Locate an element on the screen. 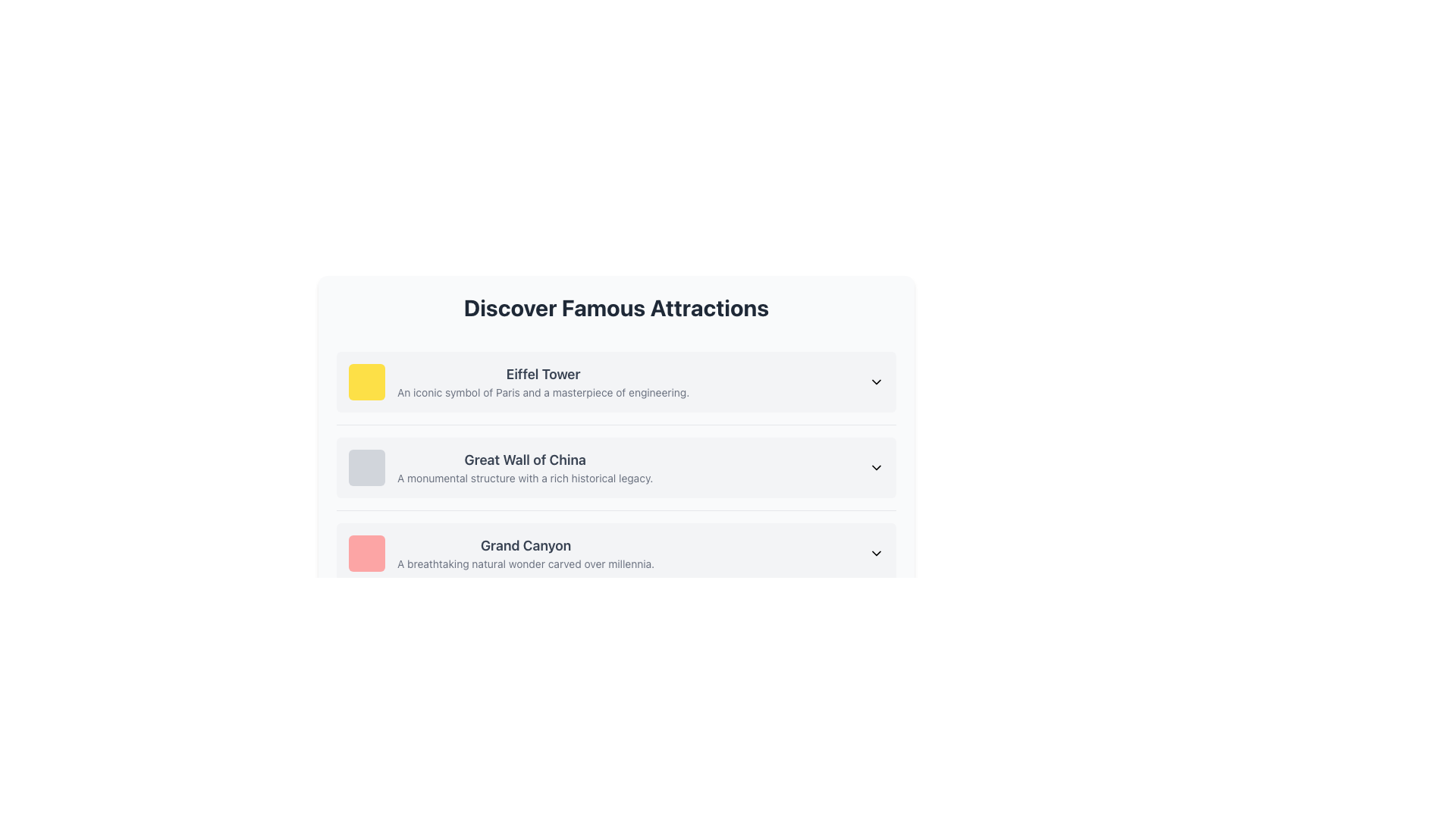  the decorative component that visually marks the 'Grand Canyon' list item, located on the far-left side of its row is located at coordinates (367, 553).